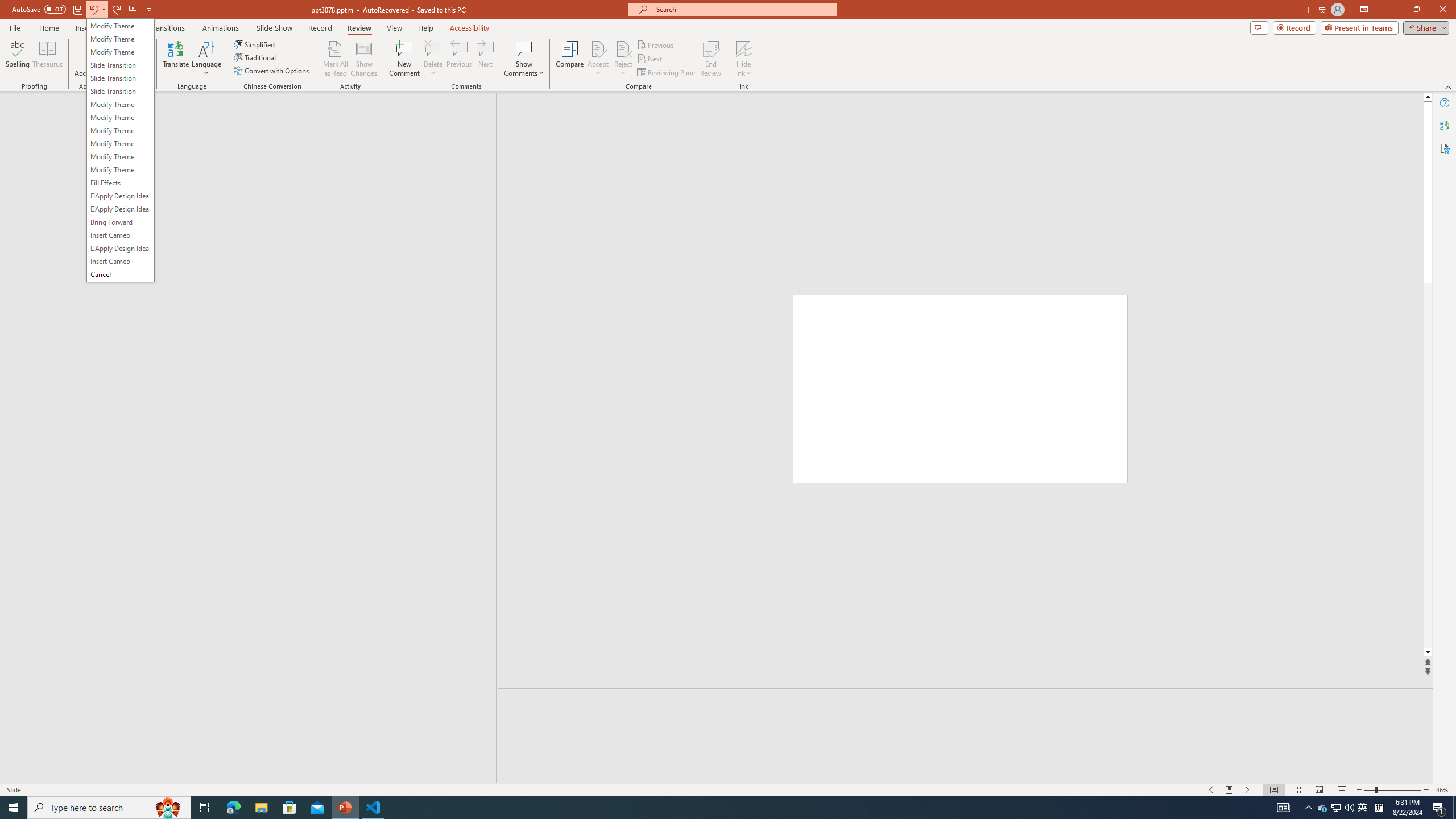 The height and width of the screenshot is (819, 1456). I want to click on 'Menu On', so click(1228, 790).